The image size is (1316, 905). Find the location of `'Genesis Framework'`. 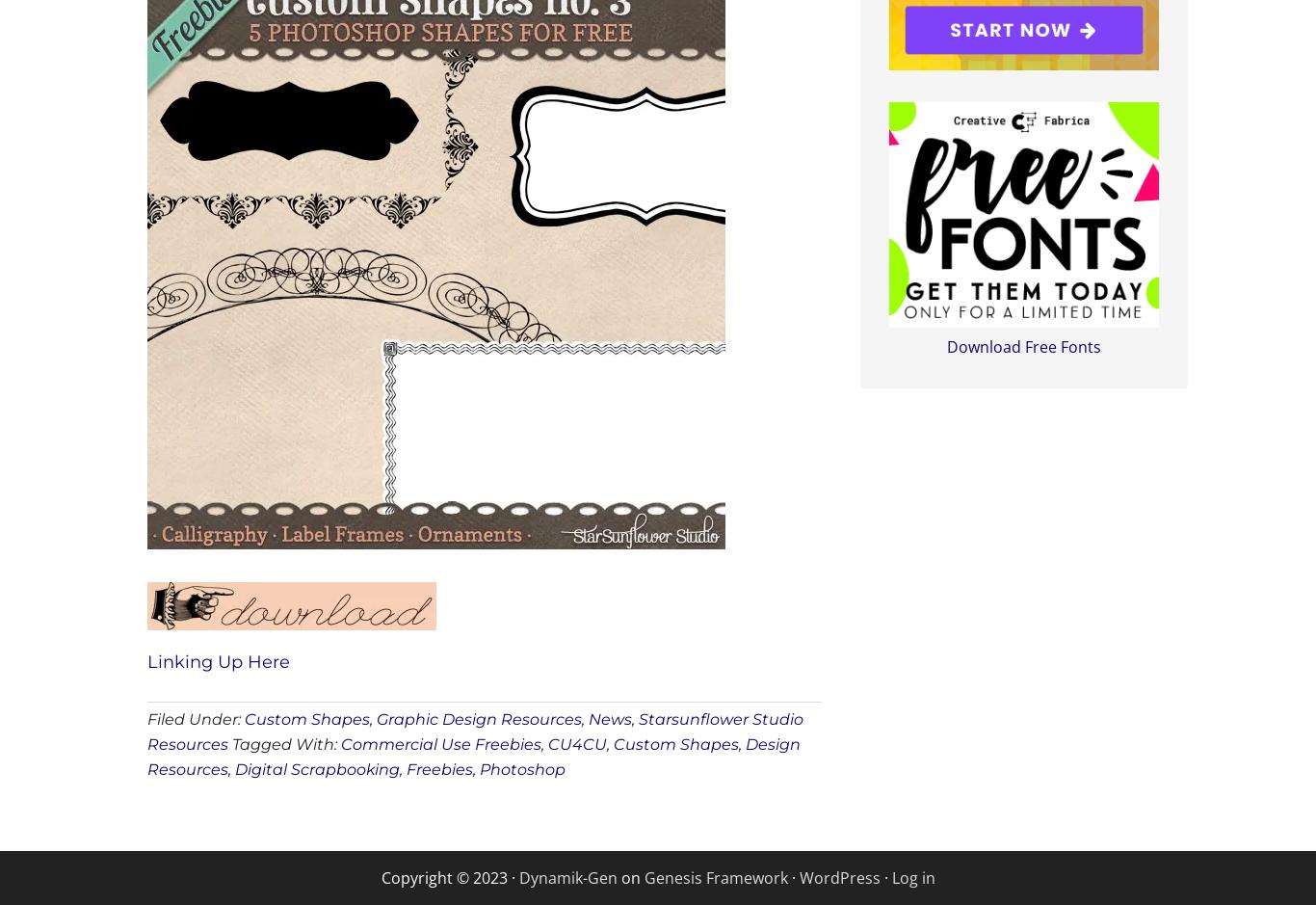

'Genesis Framework' is located at coordinates (715, 875).